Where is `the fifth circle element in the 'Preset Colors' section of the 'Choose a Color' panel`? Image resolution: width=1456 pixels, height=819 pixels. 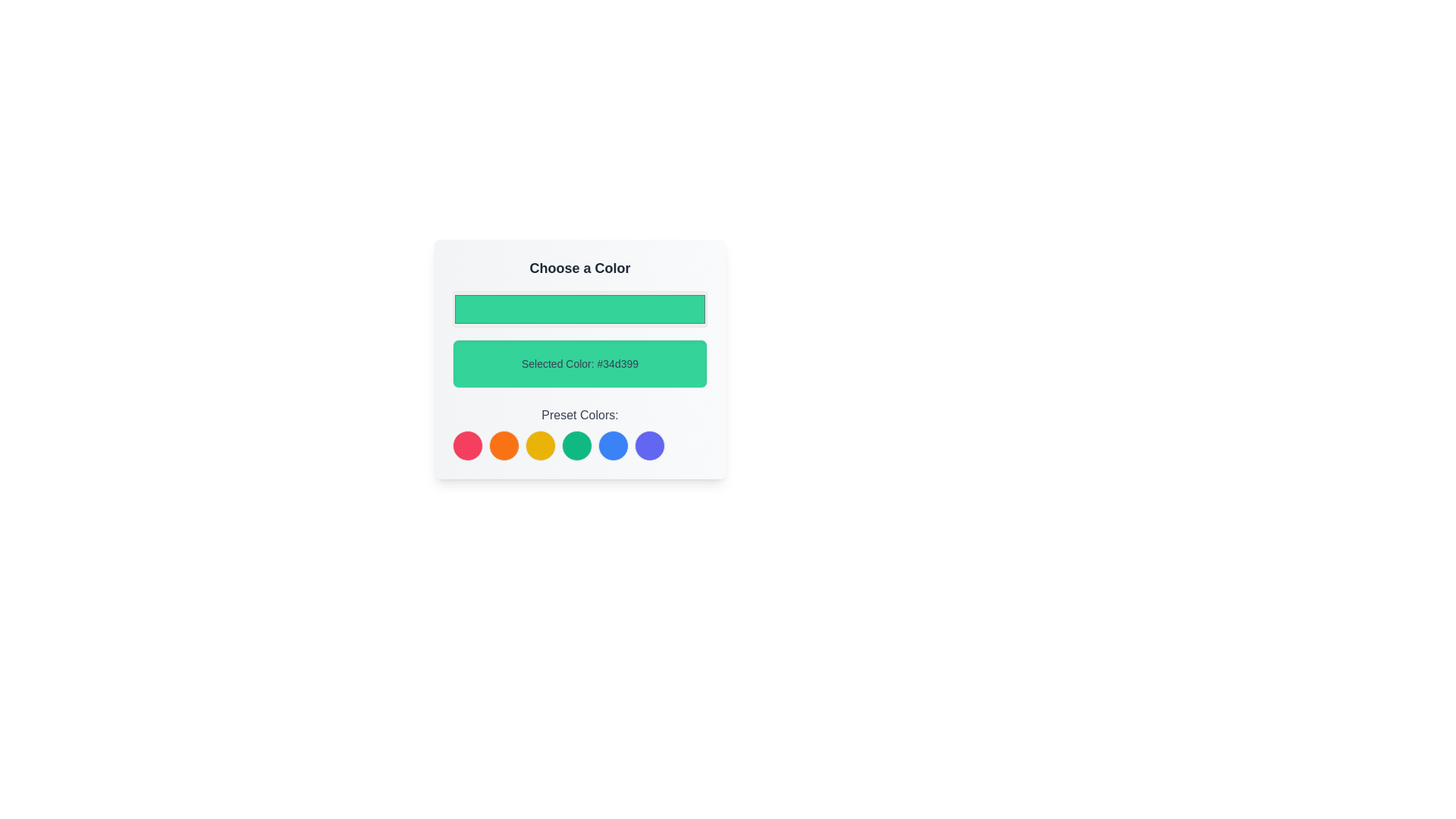 the fifth circle element in the 'Preset Colors' section of the 'Choose a Color' panel is located at coordinates (613, 444).